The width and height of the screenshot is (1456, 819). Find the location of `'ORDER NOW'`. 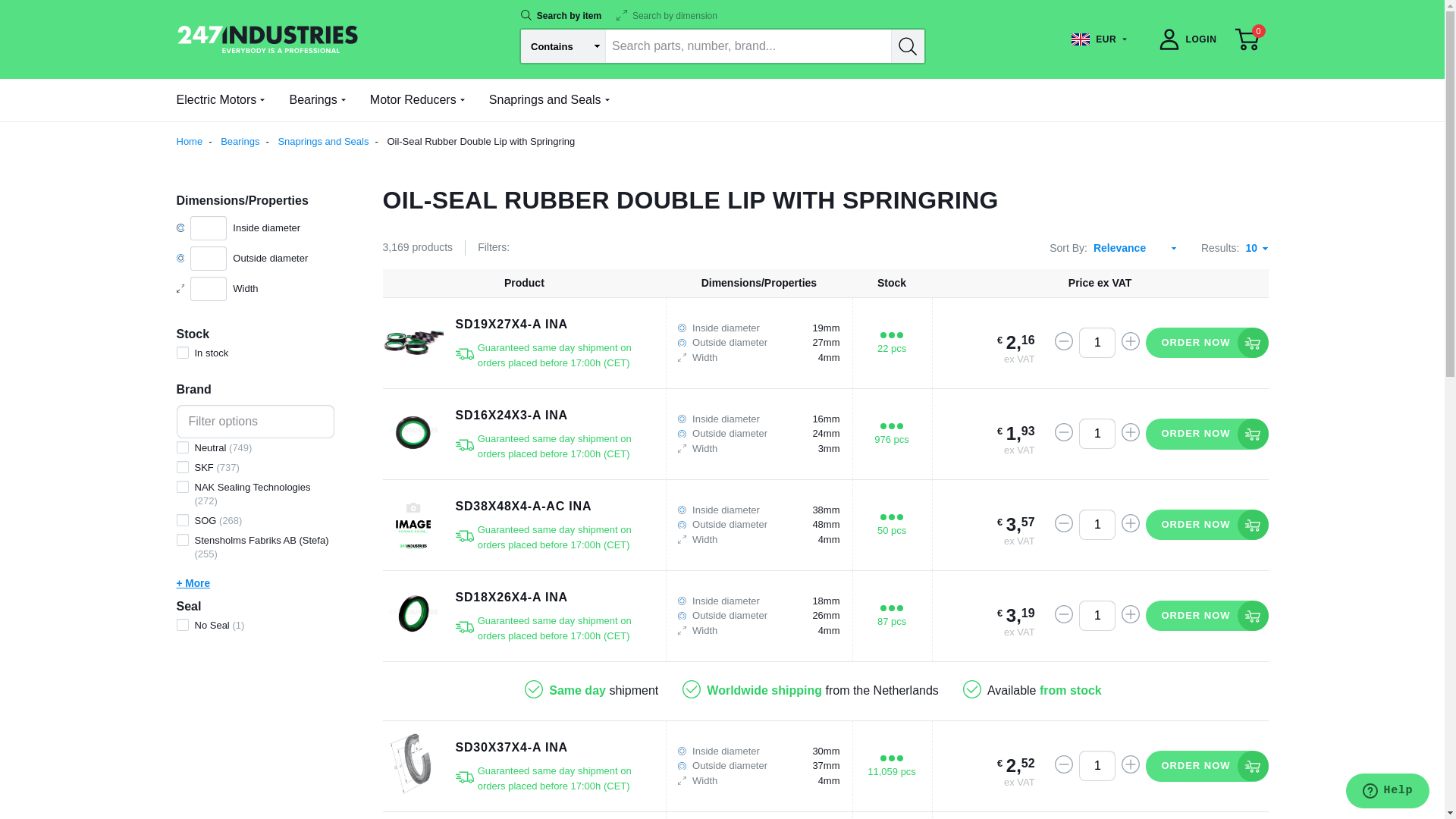

'ORDER NOW' is located at coordinates (1206, 342).